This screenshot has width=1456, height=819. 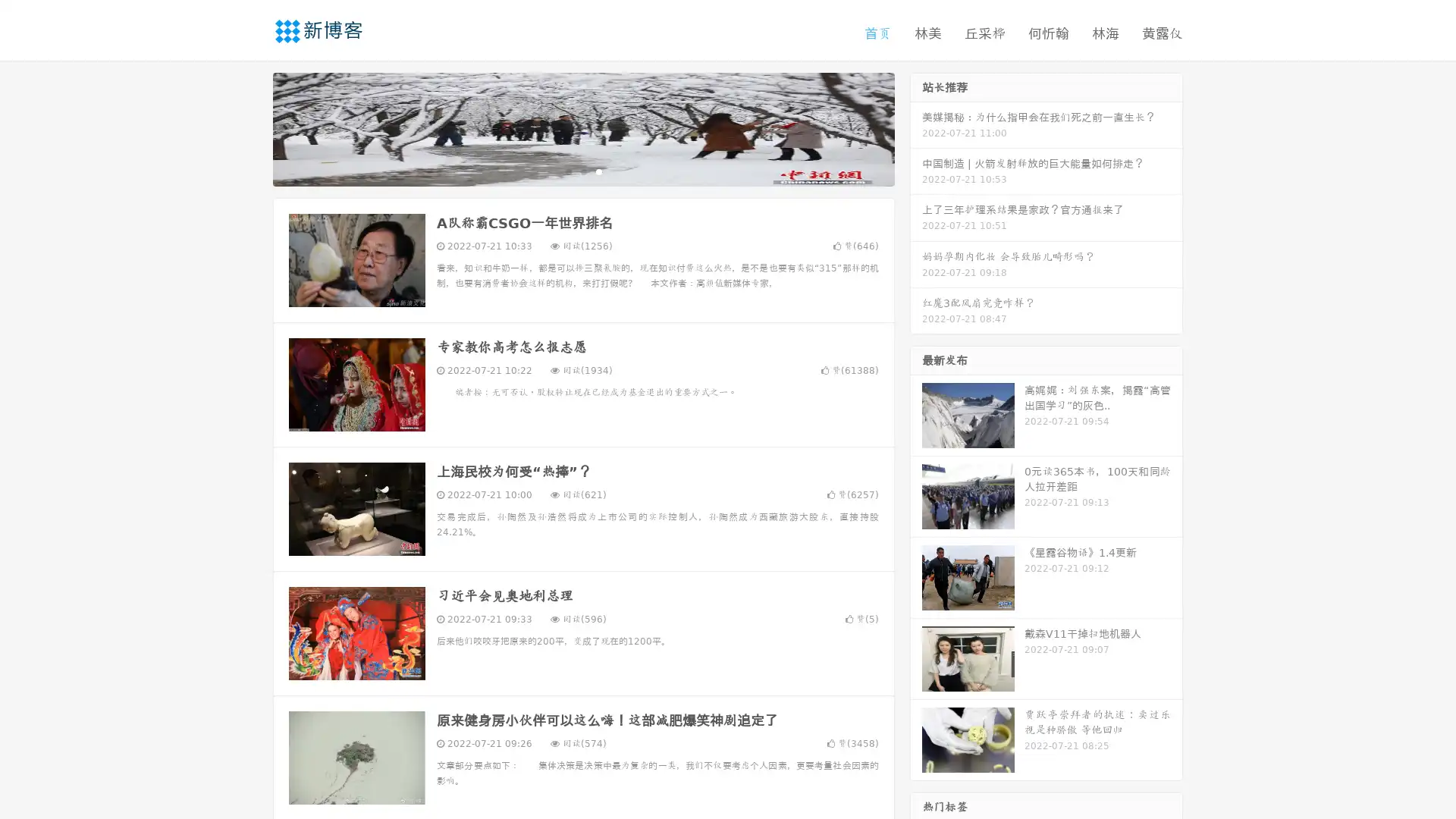 I want to click on Go to slide 2, so click(x=582, y=171).